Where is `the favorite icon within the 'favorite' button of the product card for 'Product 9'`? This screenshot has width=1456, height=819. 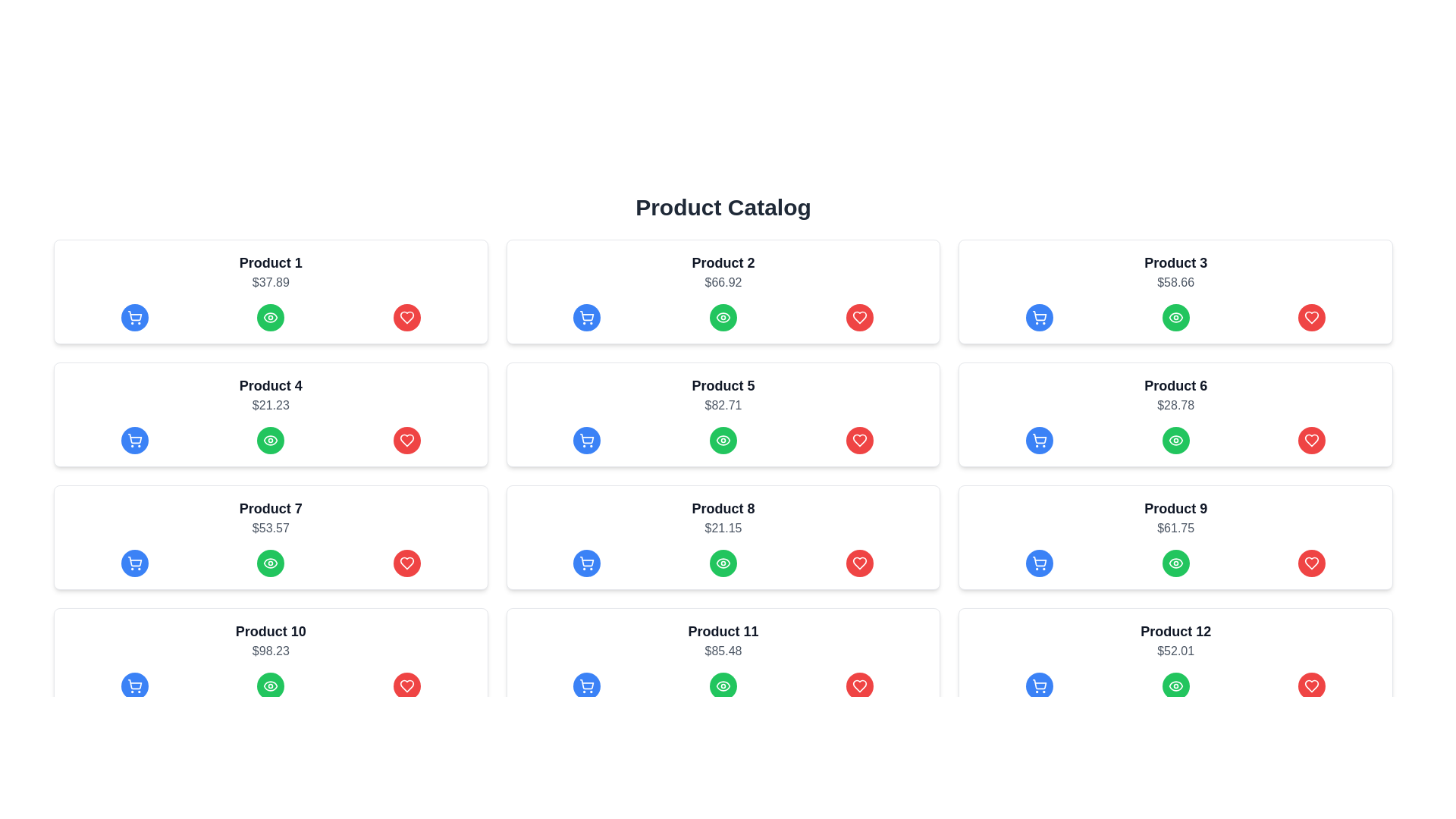
the favorite icon within the 'favorite' button of the product card for 'Product 9' is located at coordinates (1311, 563).